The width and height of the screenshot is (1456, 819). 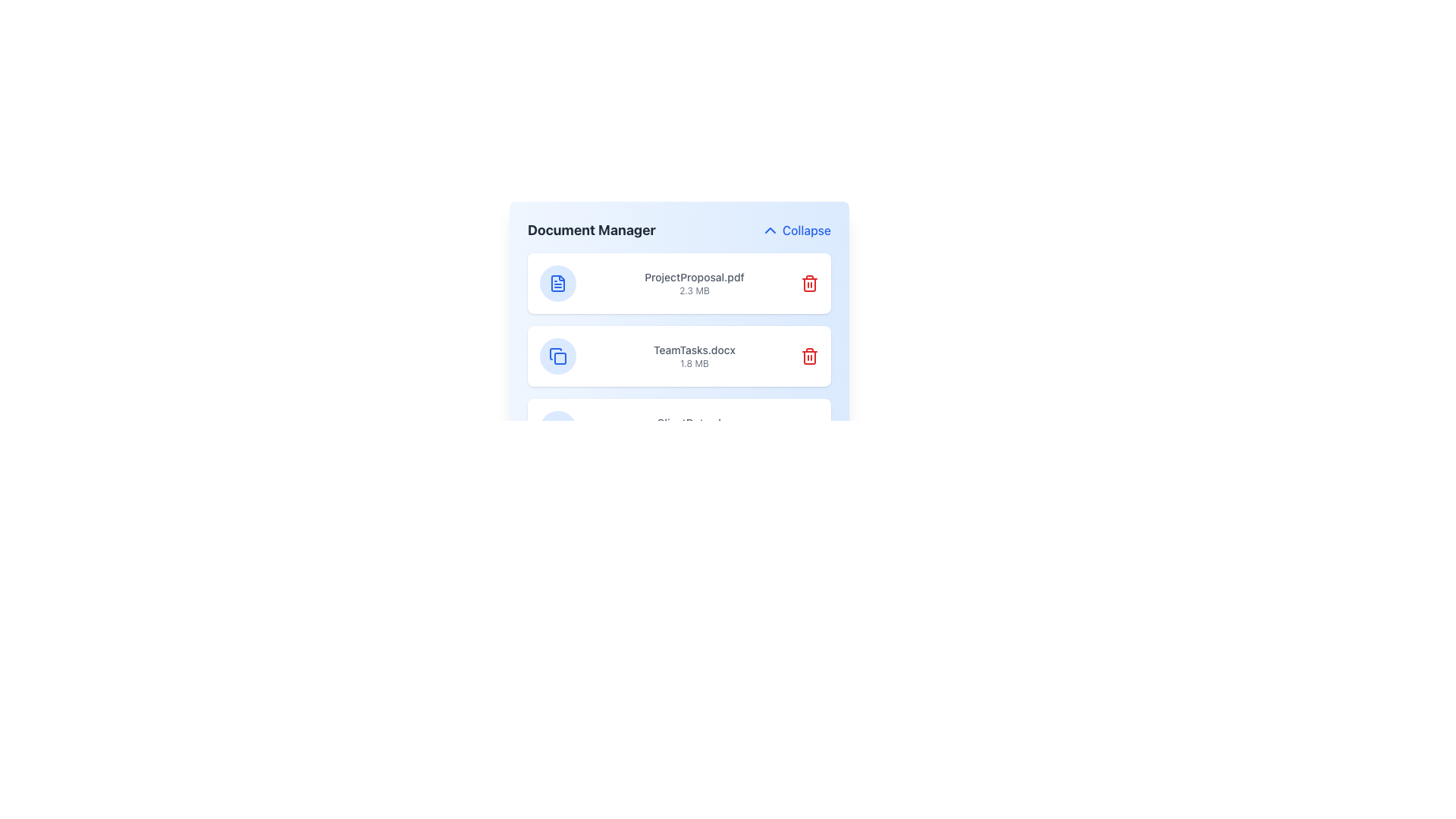 What do you see at coordinates (694, 284) in the screenshot?
I see `the text display component labeled 'ProjectProposal.pdf' in the Document Manager` at bounding box center [694, 284].